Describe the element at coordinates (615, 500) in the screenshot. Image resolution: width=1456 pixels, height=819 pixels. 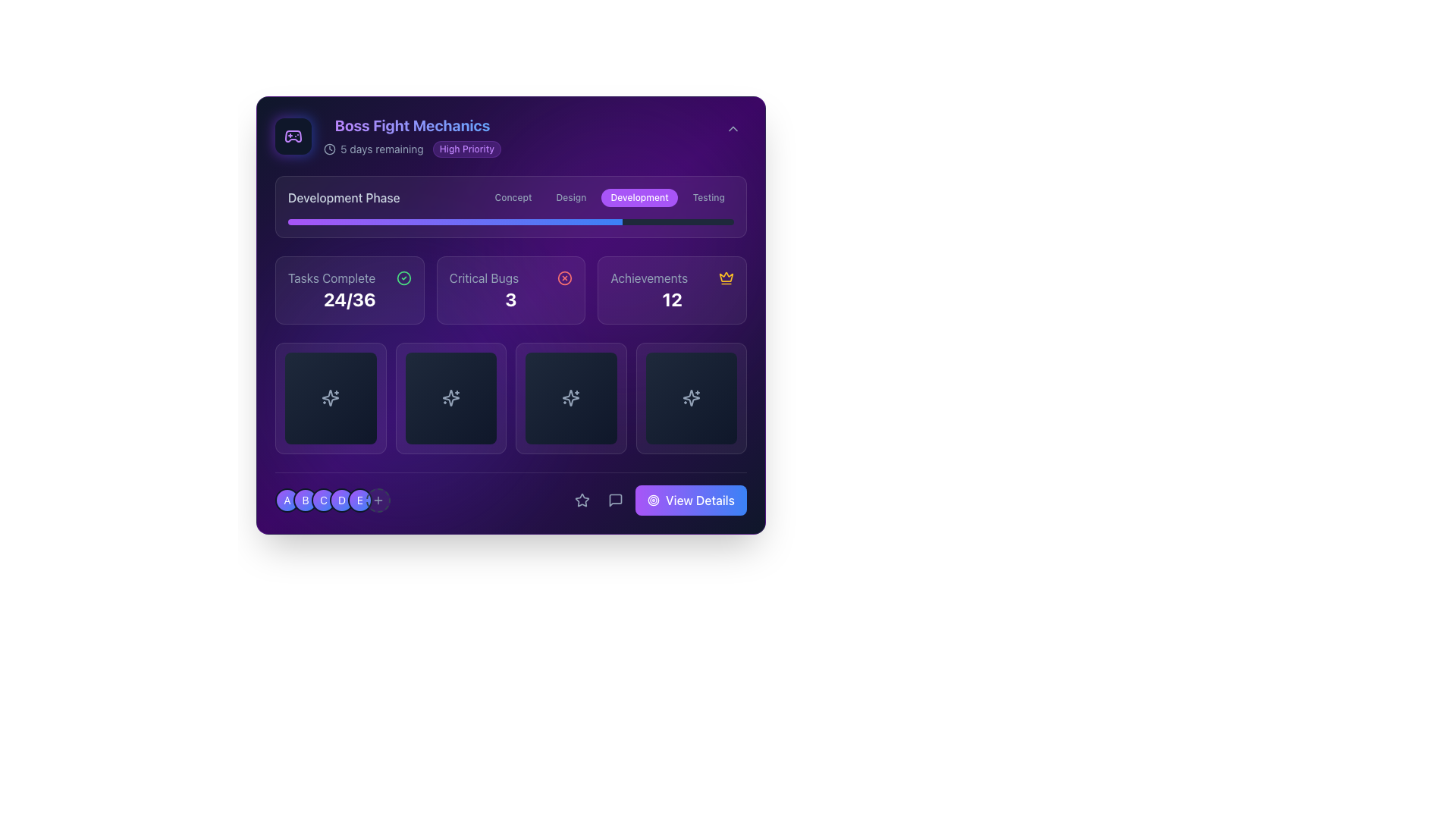
I see `the small, square-shaped speech bubble icon` at that location.